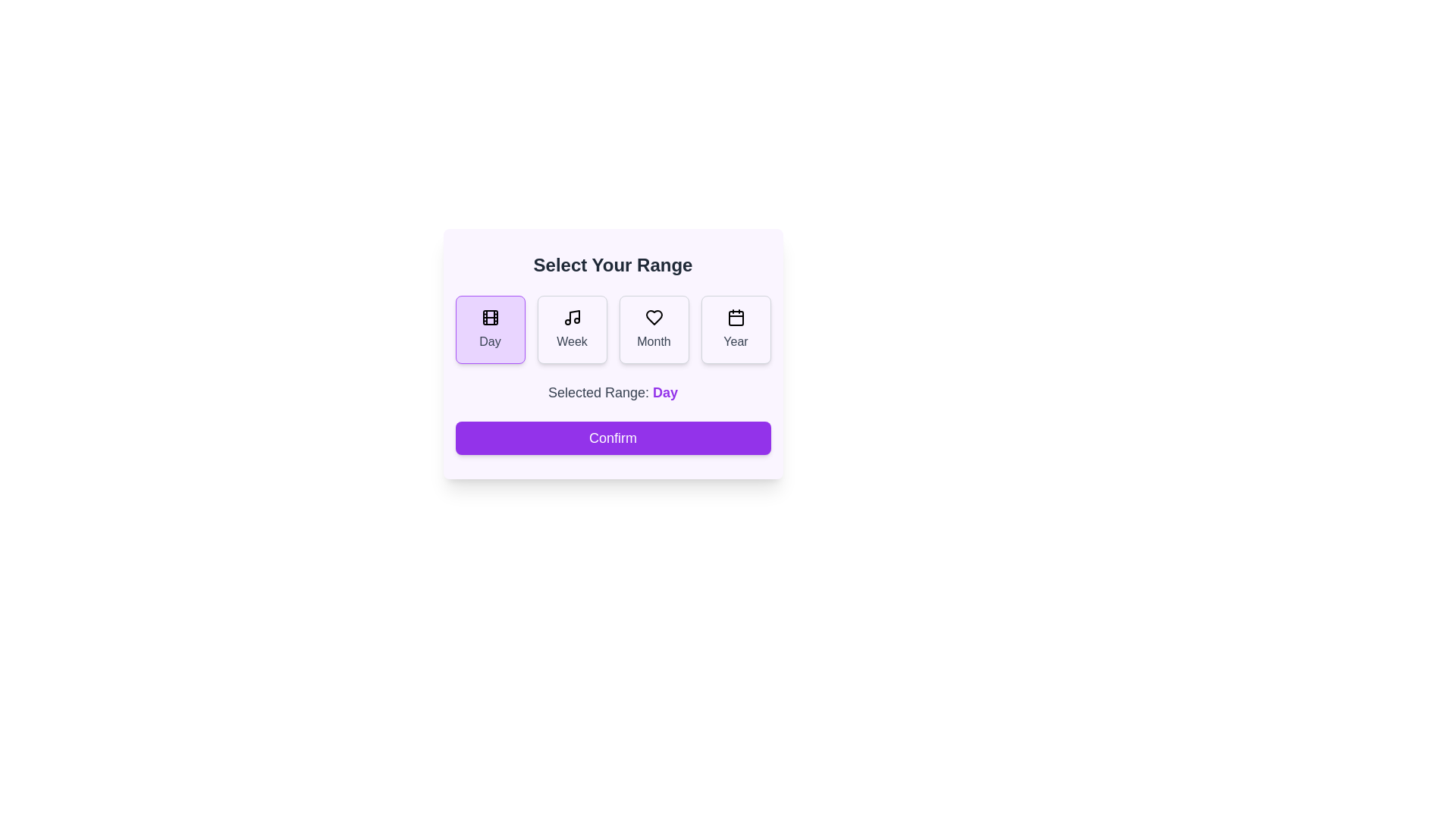  What do you see at coordinates (654, 317) in the screenshot?
I see `the details of the heart-shaped icon located above the 'Month' label within the 'Month' button, which is the third button in a horizontal arrangement of four buttons` at bounding box center [654, 317].